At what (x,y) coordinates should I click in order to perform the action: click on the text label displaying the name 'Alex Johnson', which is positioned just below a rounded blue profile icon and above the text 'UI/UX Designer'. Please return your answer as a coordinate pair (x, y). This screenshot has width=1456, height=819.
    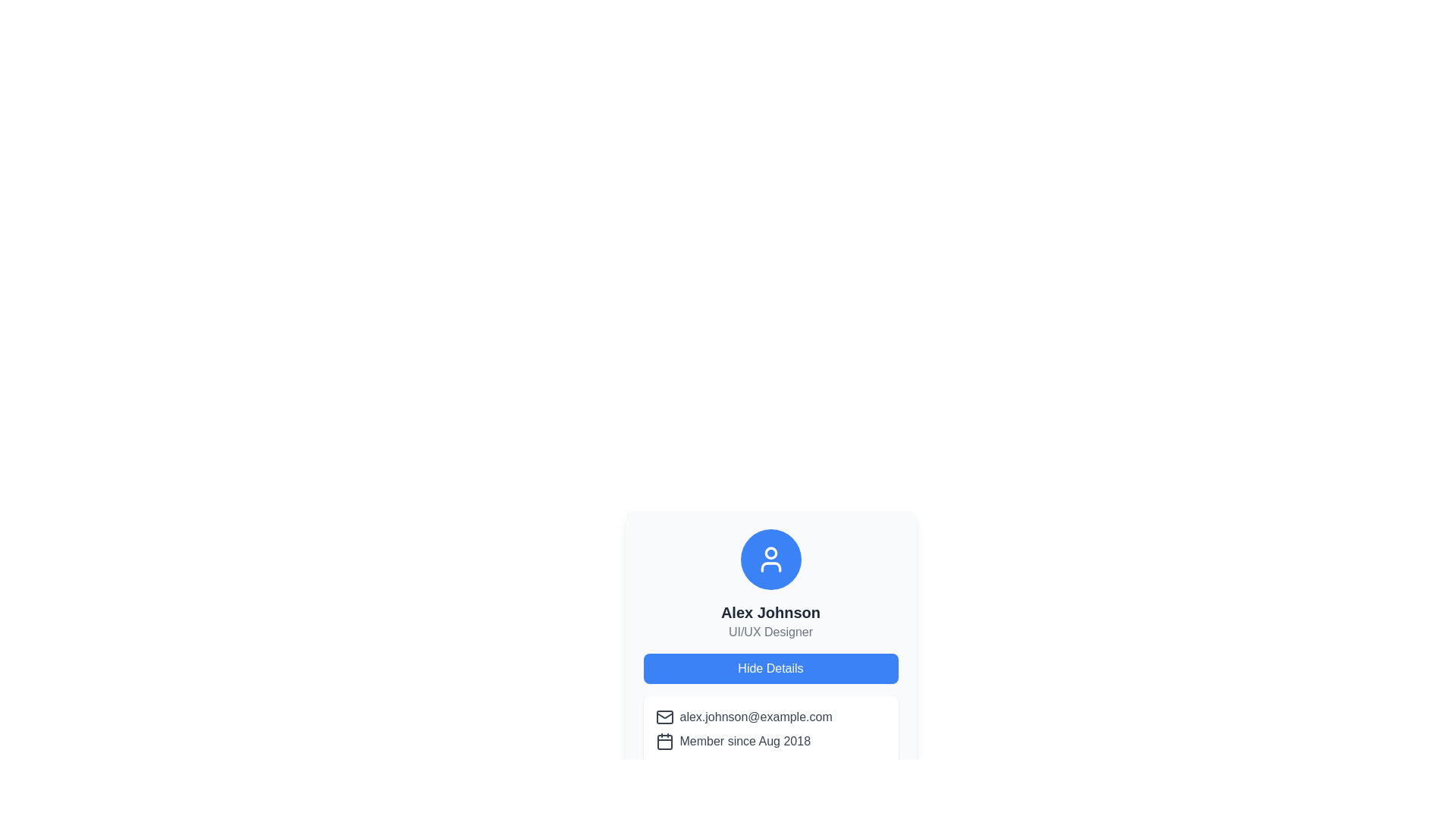
    Looking at the image, I should click on (770, 611).